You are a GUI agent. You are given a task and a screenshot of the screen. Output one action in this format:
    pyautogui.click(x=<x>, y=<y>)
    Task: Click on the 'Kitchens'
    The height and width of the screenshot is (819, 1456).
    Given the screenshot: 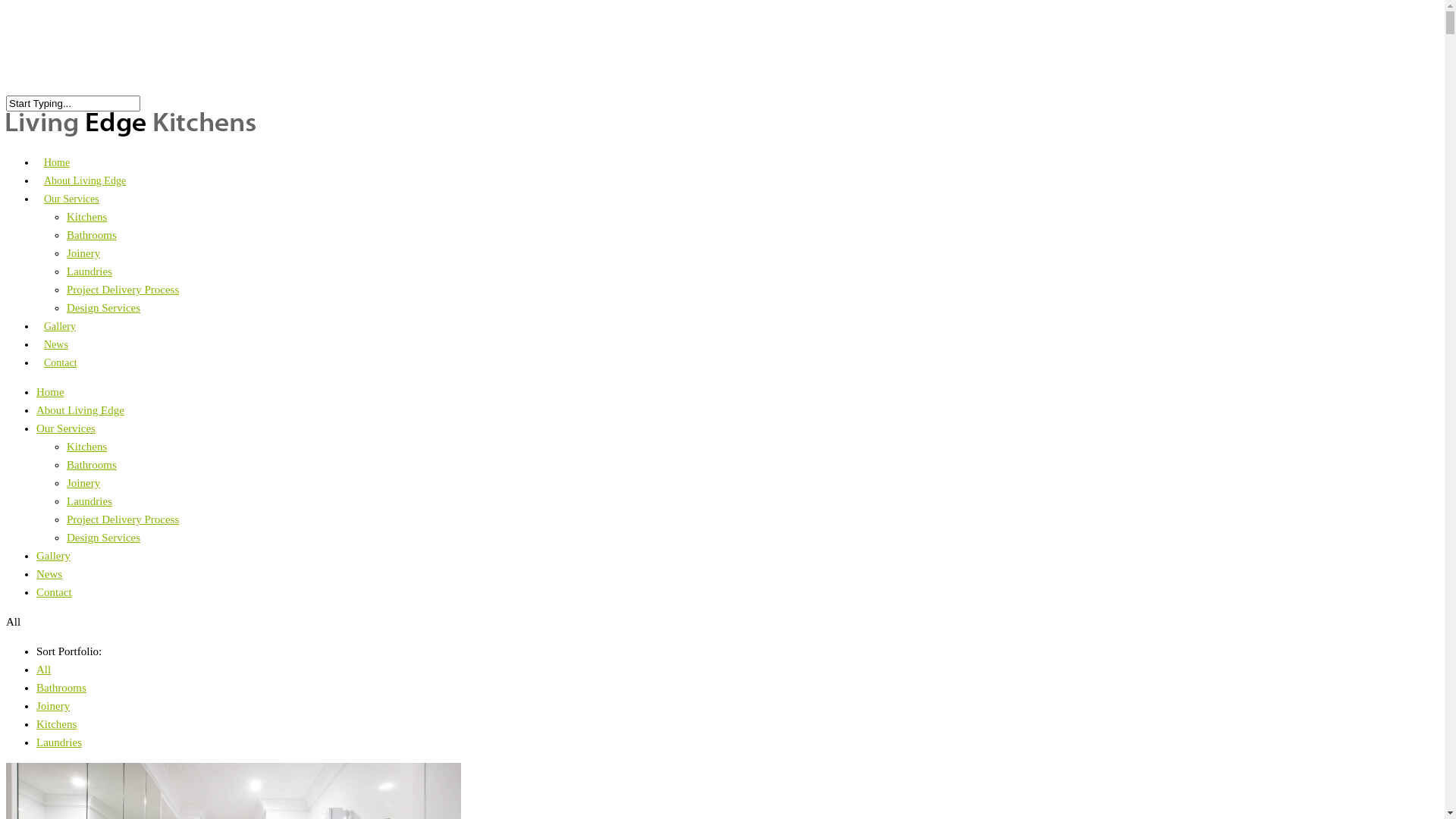 What is the action you would take?
    pyautogui.click(x=86, y=216)
    